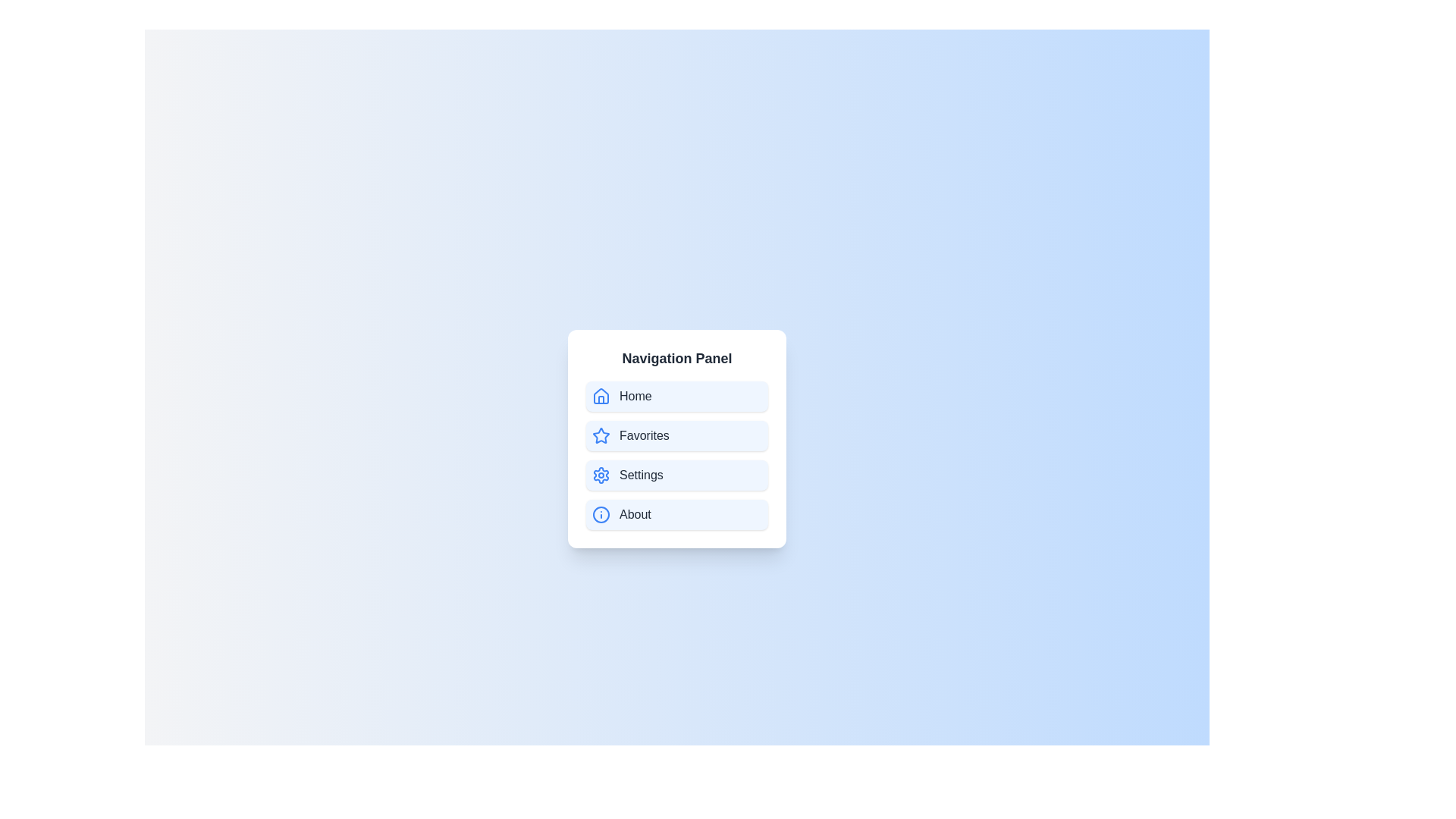 The width and height of the screenshot is (1456, 819). I want to click on the 'Home' icon in the navigation menu, which is located on the far left before the text 'Home', so click(600, 396).